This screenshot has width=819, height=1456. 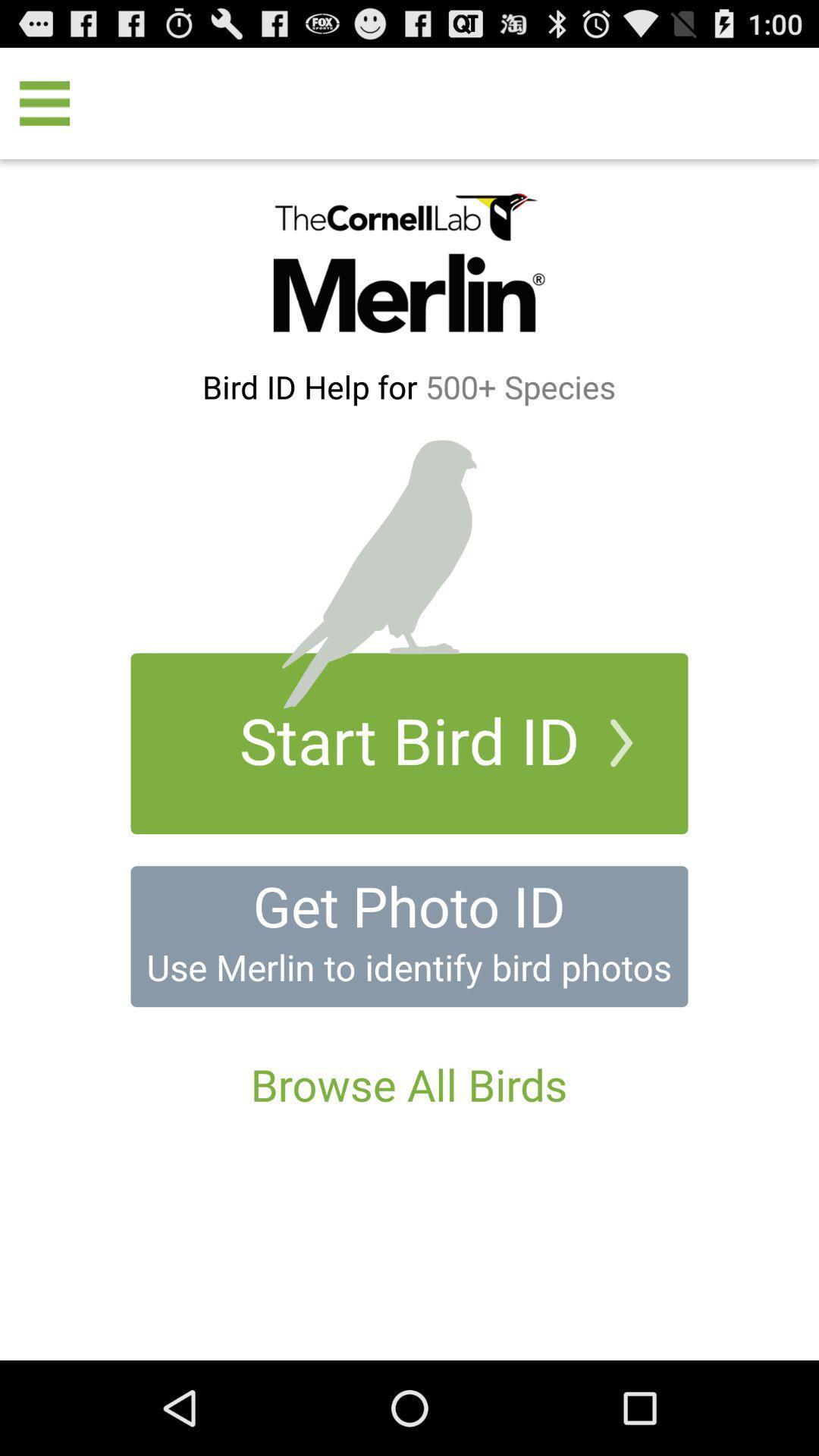 What do you see at coordinates (408, 1083) in the screenshot?
I see `the browse all birds` at bounding box center [408, 1083].